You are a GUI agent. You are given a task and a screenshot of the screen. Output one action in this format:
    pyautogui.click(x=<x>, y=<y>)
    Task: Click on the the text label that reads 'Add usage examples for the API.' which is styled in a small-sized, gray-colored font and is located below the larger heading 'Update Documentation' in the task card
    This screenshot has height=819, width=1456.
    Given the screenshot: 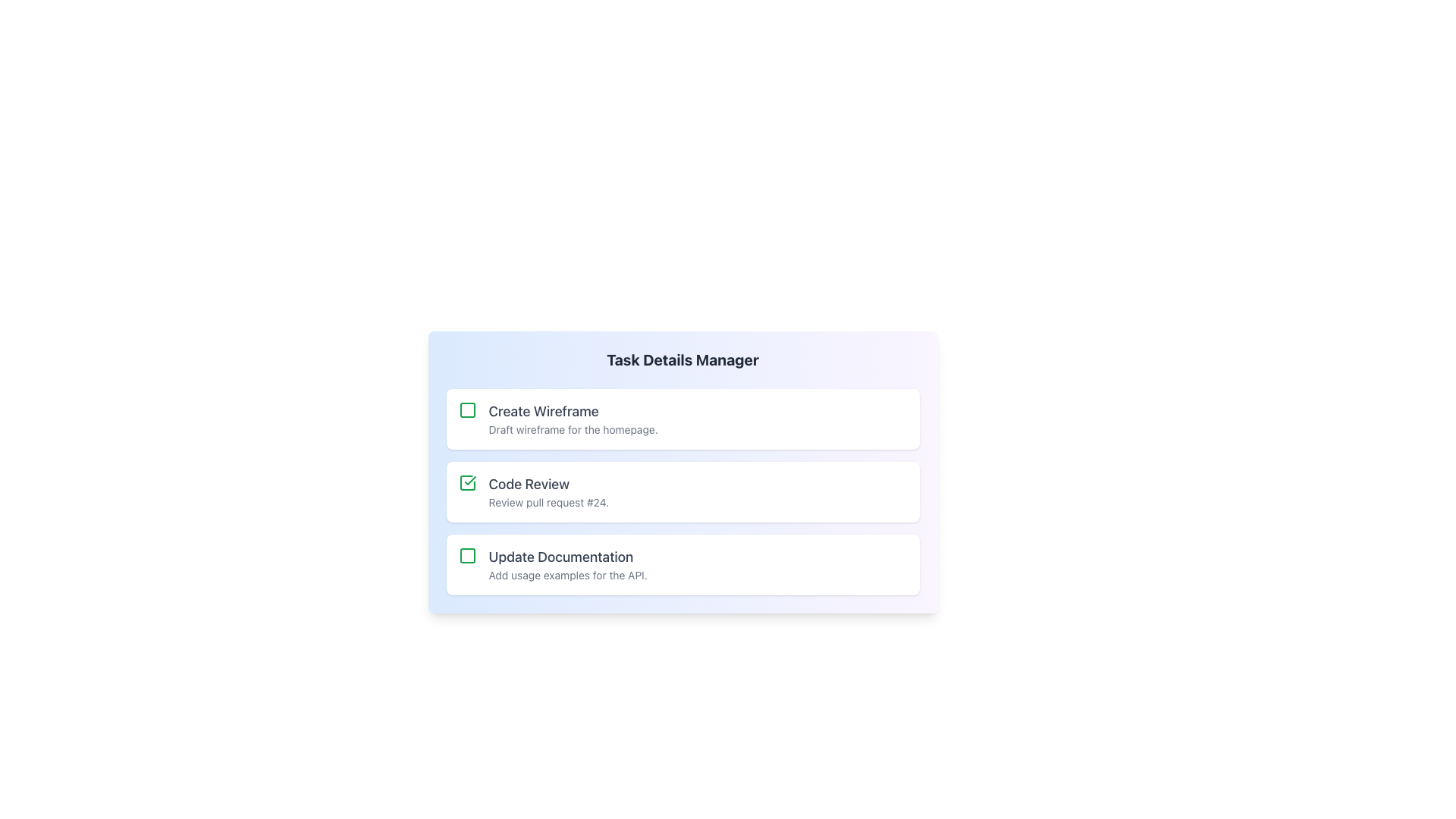 What is the action you would take?
    pyautogui.click(x=567, y=576)
    